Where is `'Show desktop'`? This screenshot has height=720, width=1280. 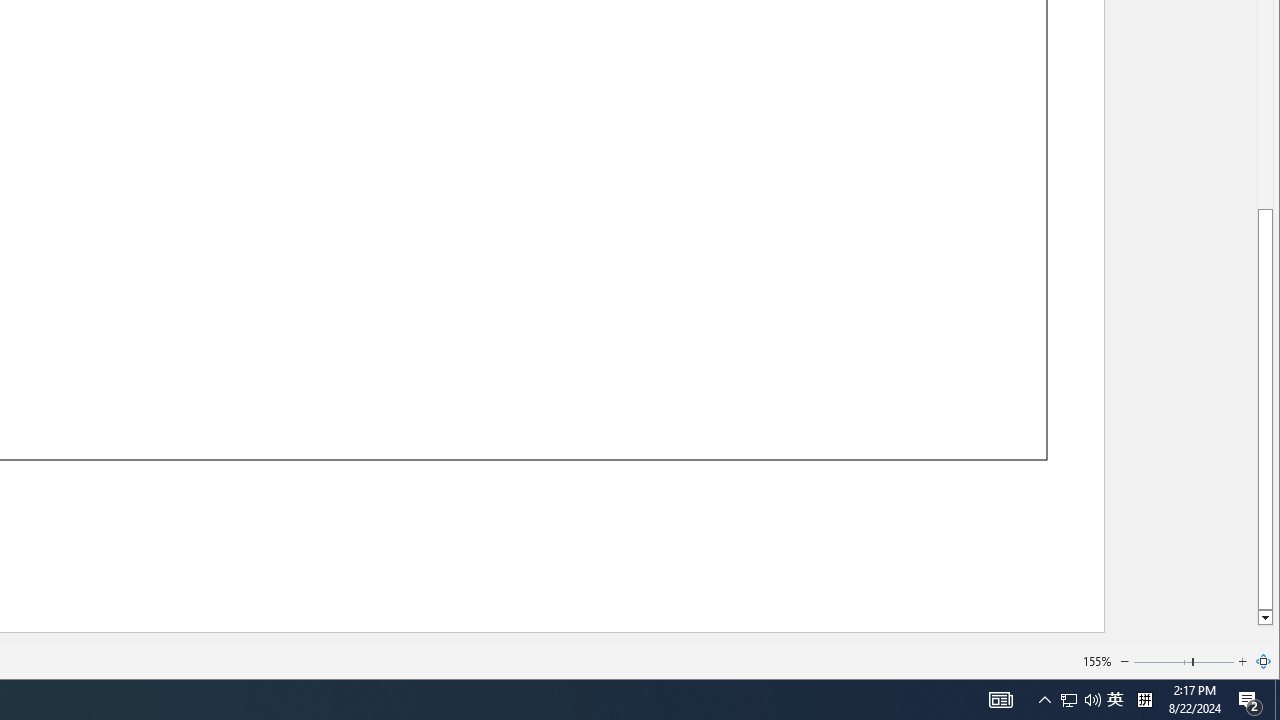
'Show desktop' is located at coordinates (1276, 698).